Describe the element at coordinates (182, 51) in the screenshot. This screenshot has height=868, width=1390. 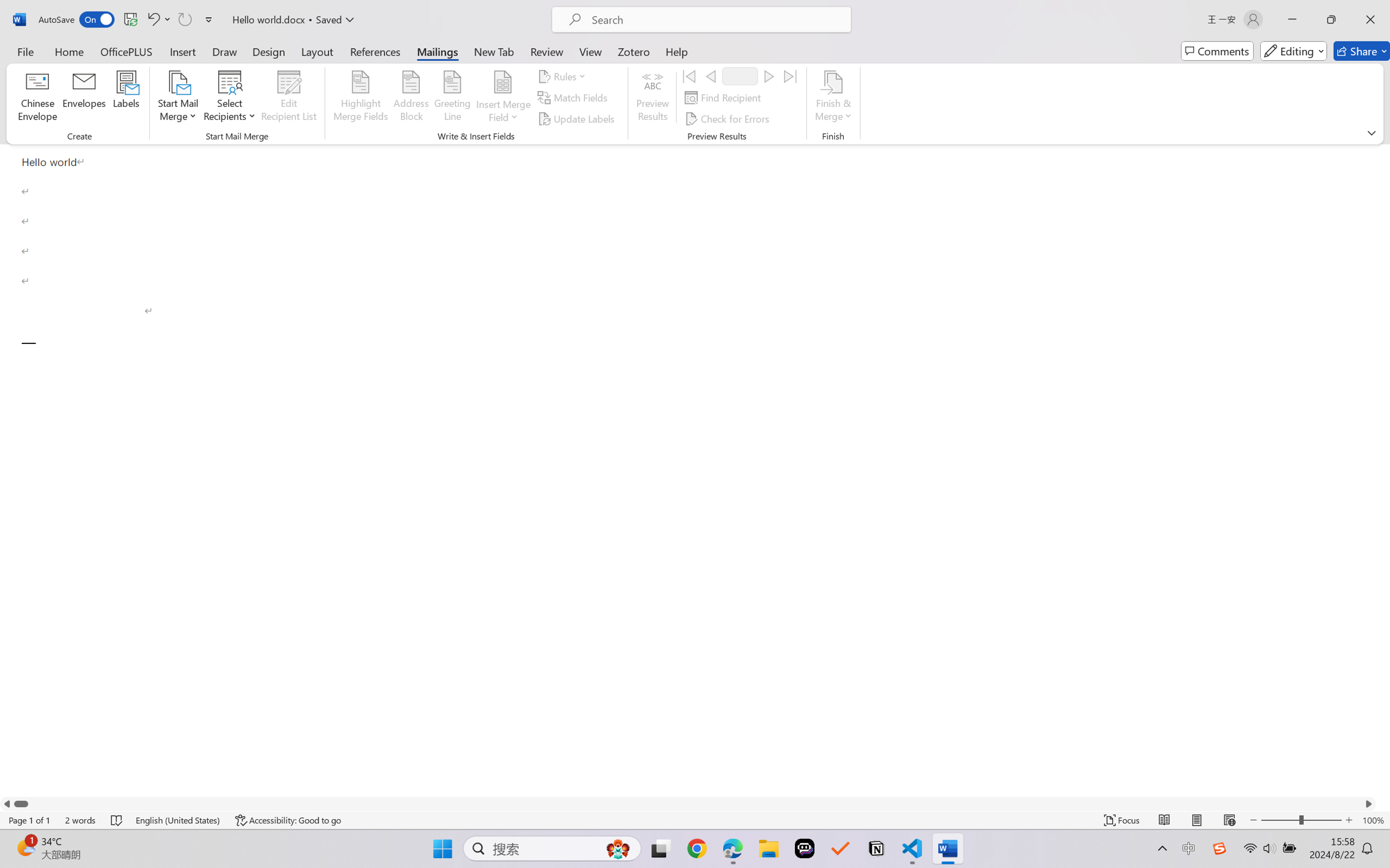
I see `'Insert'` at that location.